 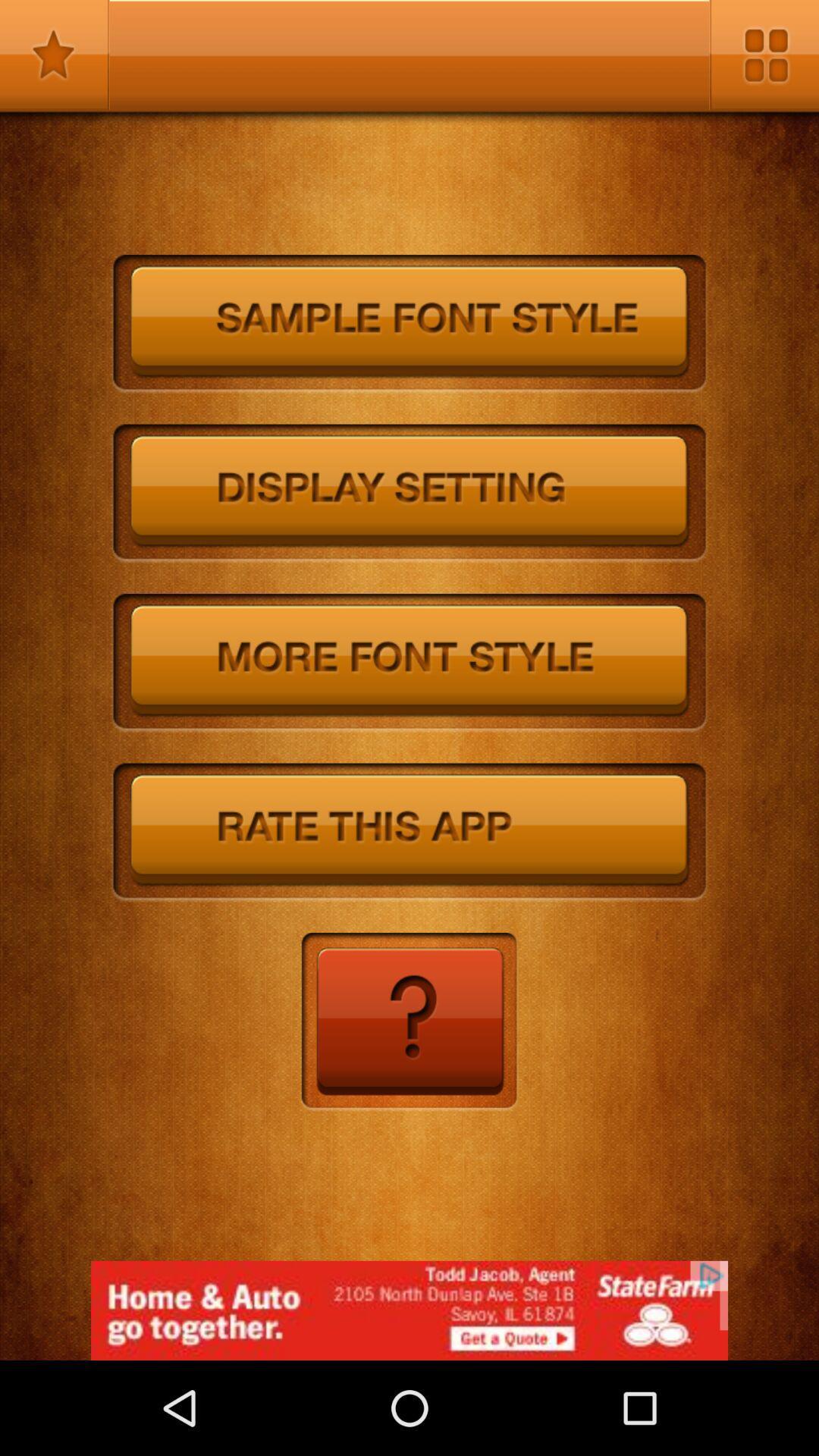 I want to click on the sample font style, so click(x=409, y=323).